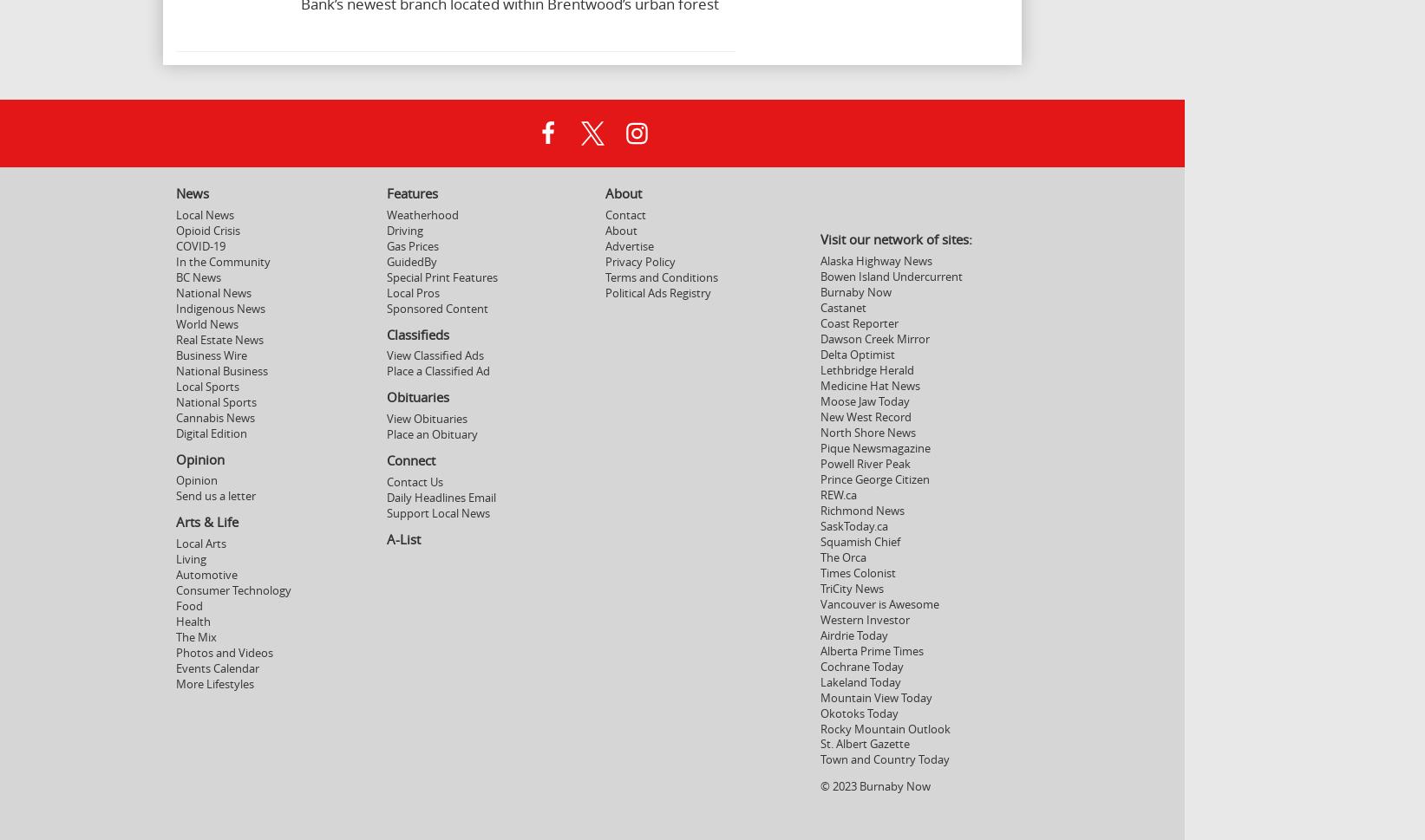  Describe the element at coordinates (441, 276) in the screenshot. I see `'Special Print Features'` at that location.